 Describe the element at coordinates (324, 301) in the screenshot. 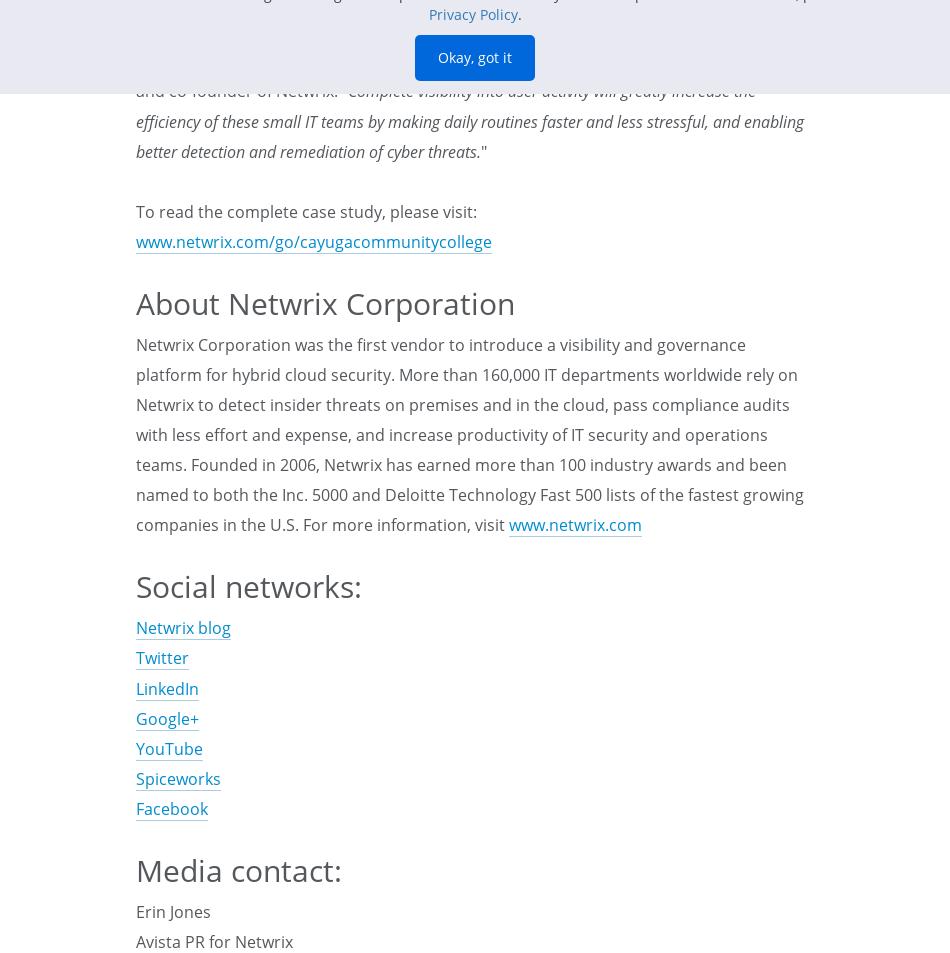

I see `'About Netwrix Corporation'` at that location.